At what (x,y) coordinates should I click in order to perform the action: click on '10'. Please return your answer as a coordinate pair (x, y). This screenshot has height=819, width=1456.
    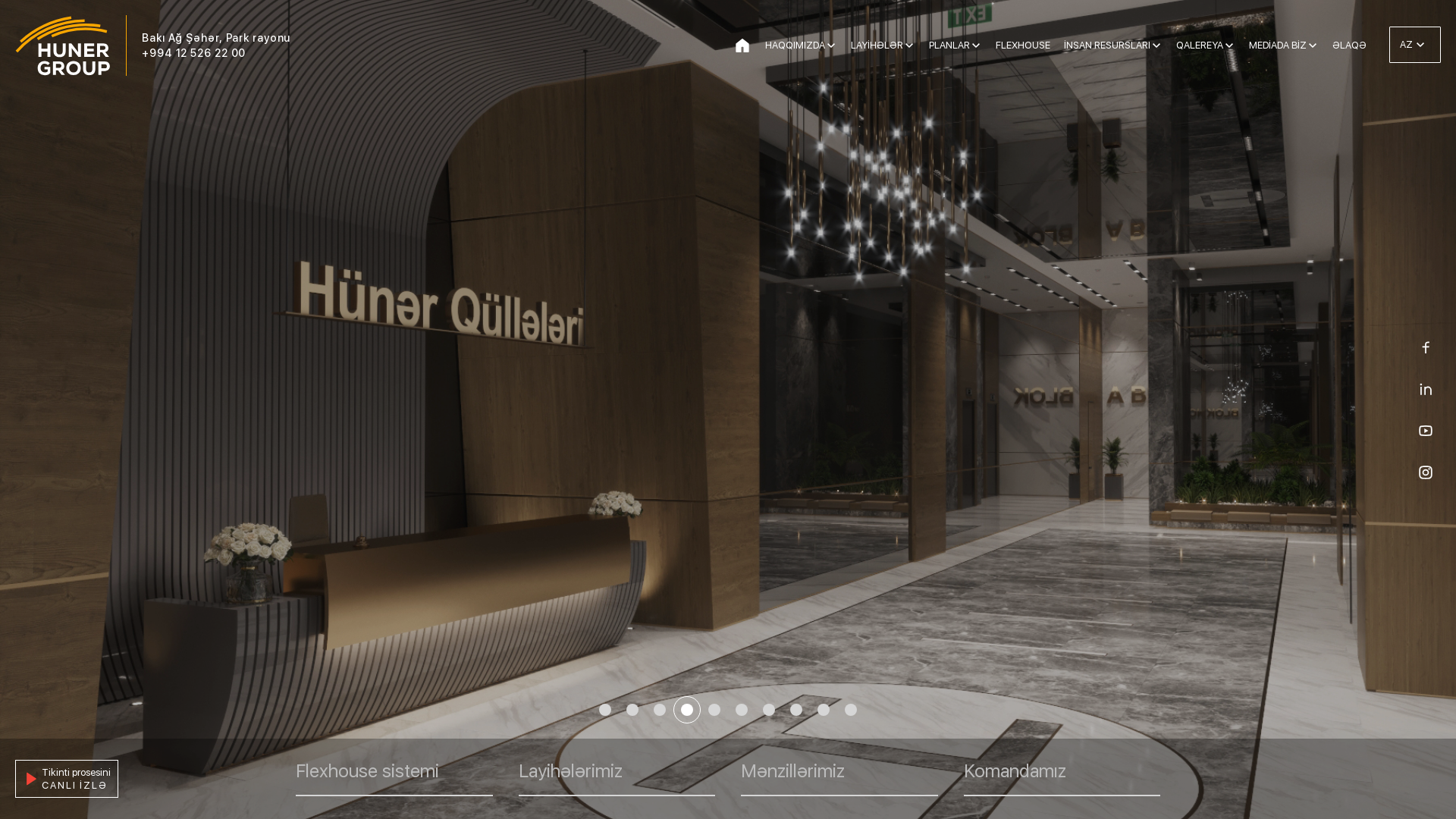
    Looking at the image, I should click on (851, 710).